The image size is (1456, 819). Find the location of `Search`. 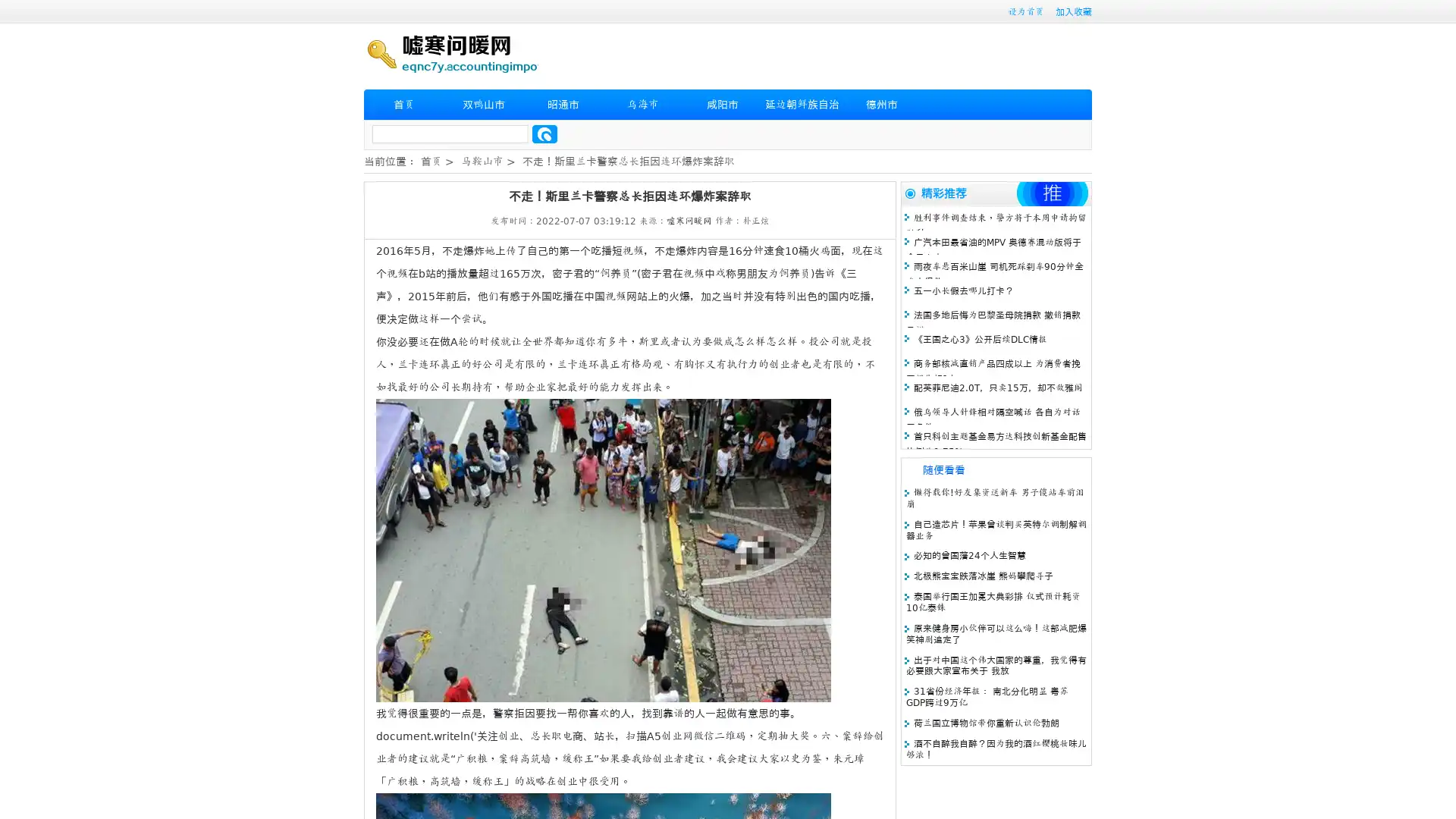

Search is located at coordinates (544, 133).